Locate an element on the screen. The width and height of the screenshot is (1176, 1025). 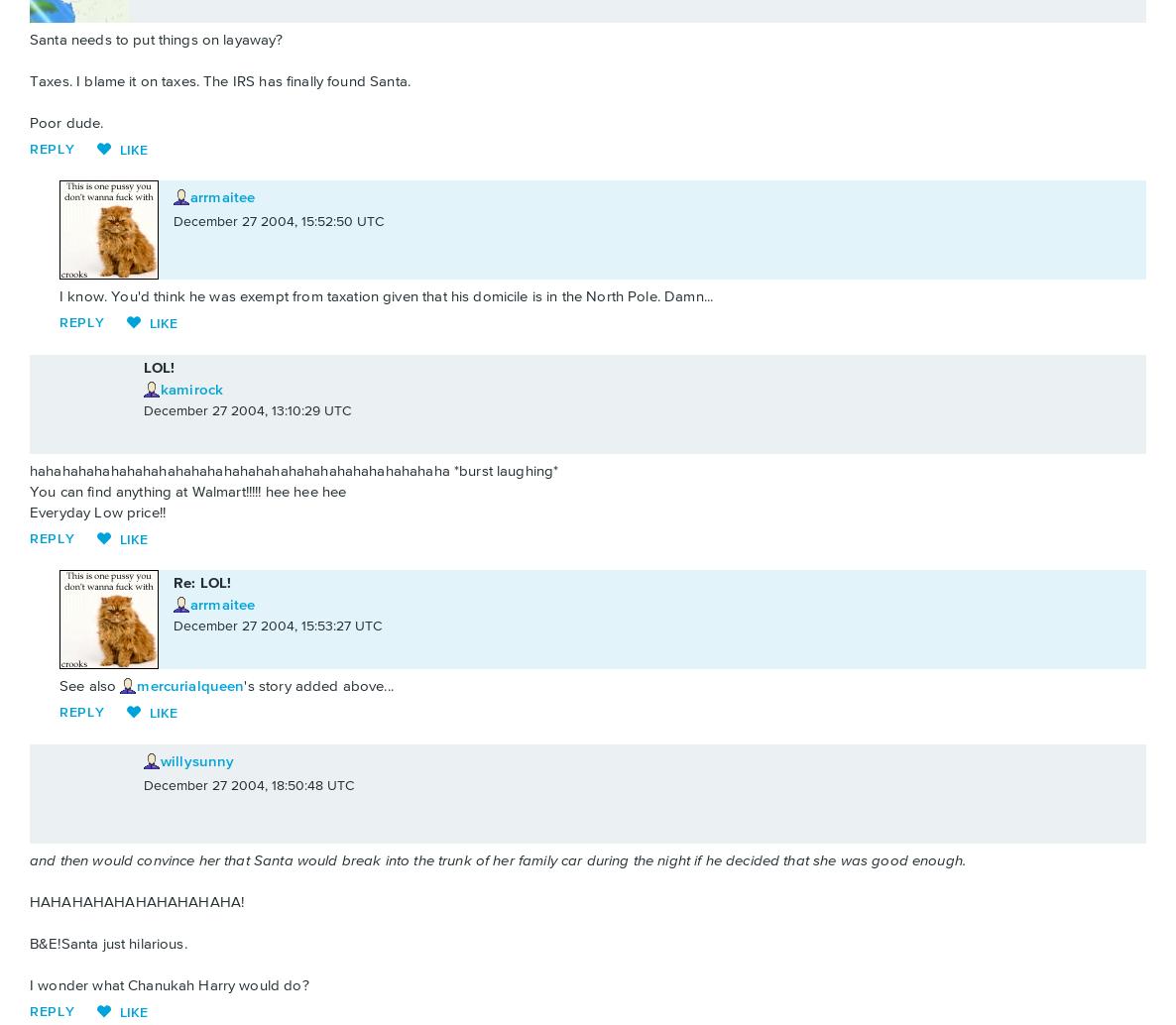
''s story added above...' is located at coordinates (242, 686).